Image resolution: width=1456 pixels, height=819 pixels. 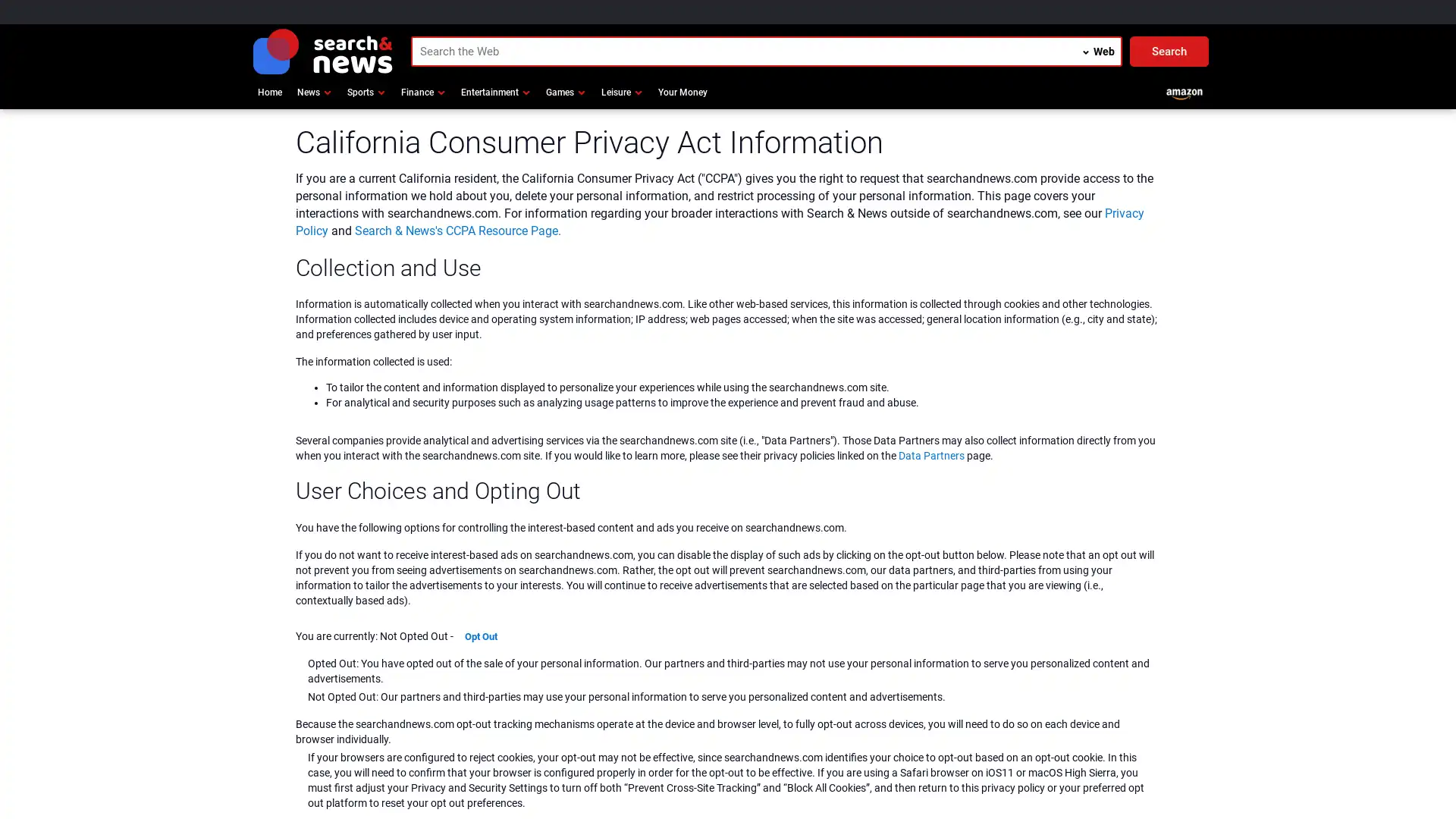 I want to click on Opt Out, so click(x=480, y=636).